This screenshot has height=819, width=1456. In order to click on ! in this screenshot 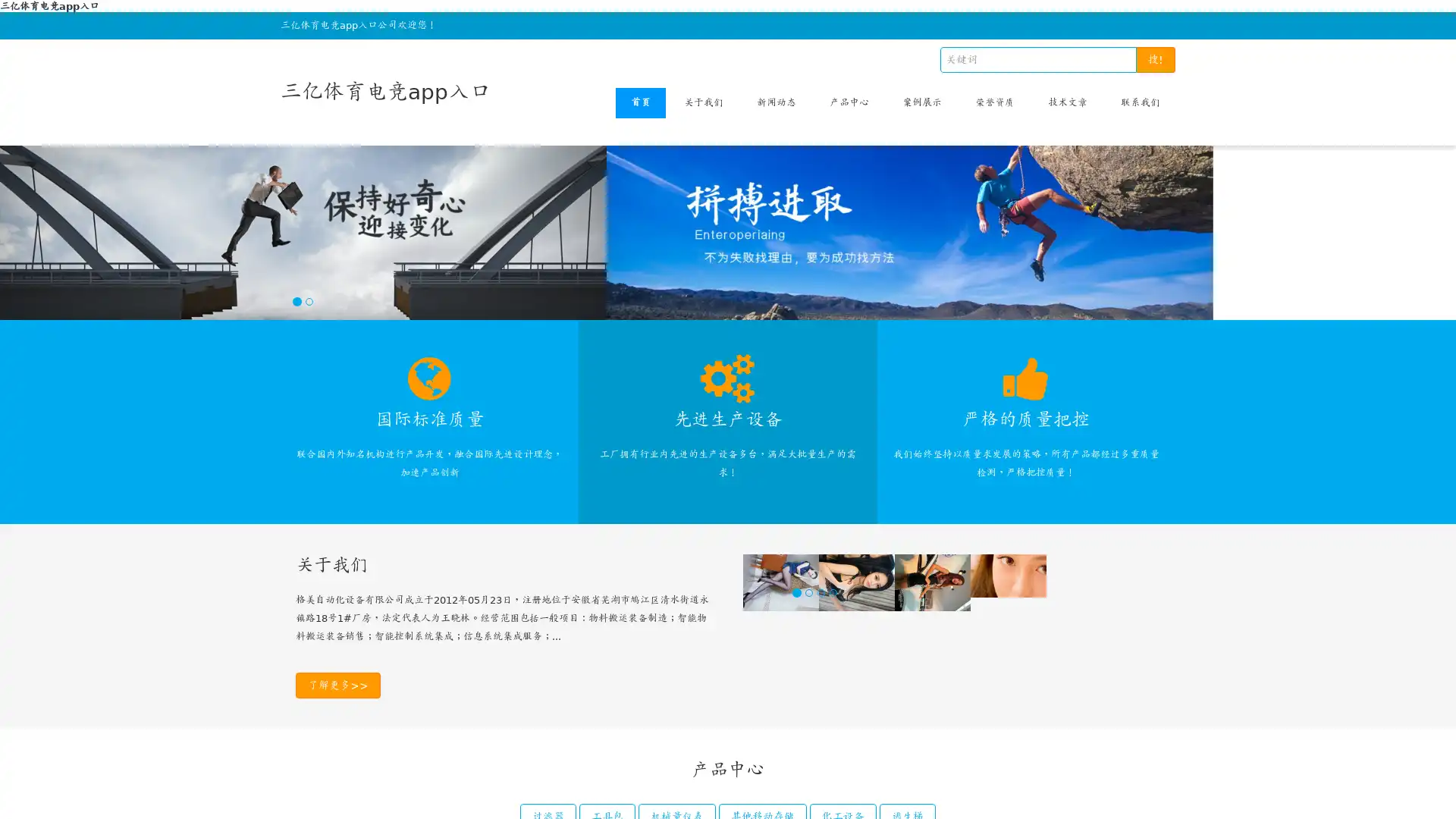, I will do `click(1155, 58)`.